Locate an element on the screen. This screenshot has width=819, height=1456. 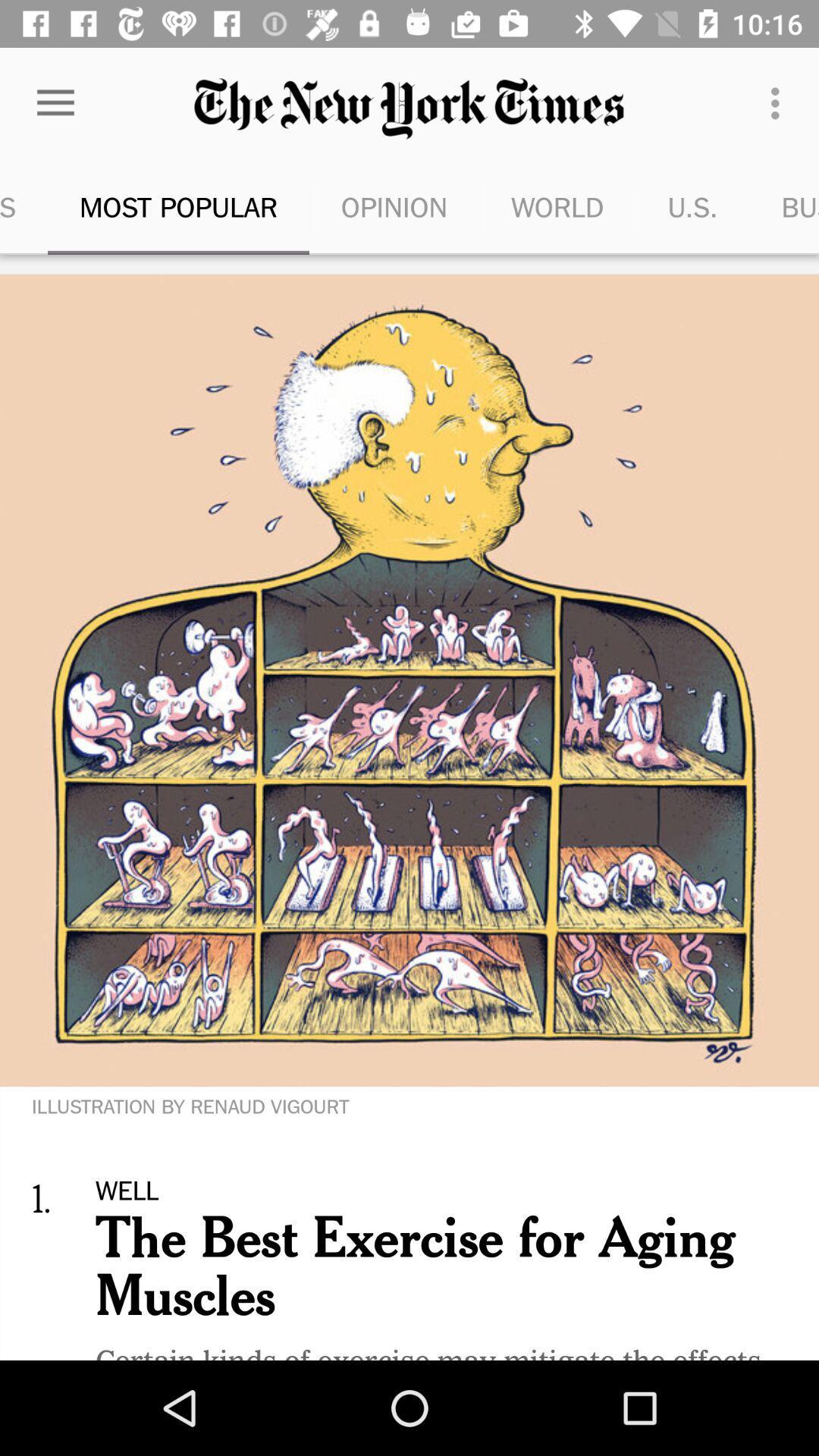
item to the right of the u.s. icon is located at coordinates (784, 206).